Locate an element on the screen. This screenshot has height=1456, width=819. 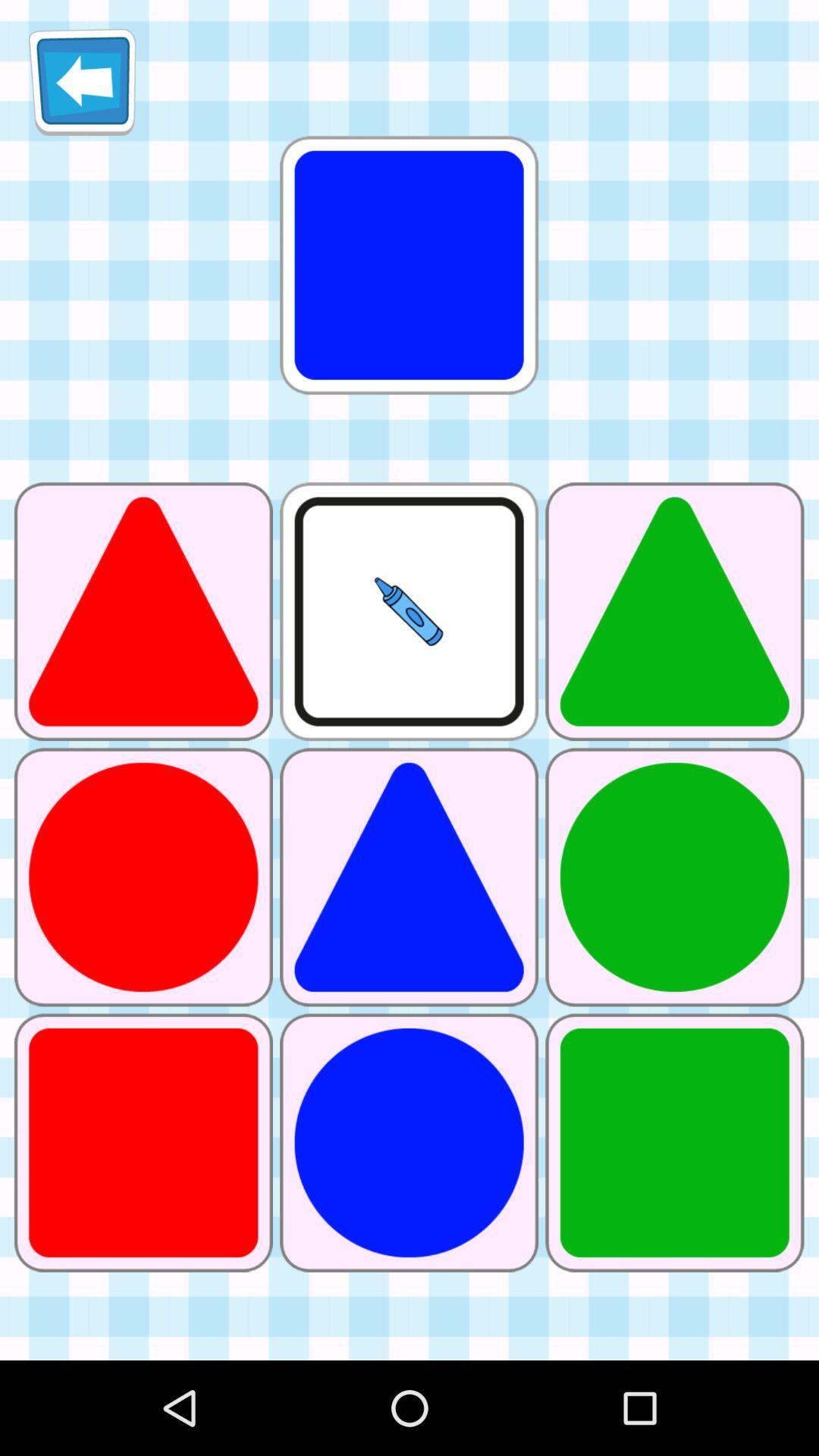
the icon which is to the top left corner of the page is located at coordinates (82, 81).